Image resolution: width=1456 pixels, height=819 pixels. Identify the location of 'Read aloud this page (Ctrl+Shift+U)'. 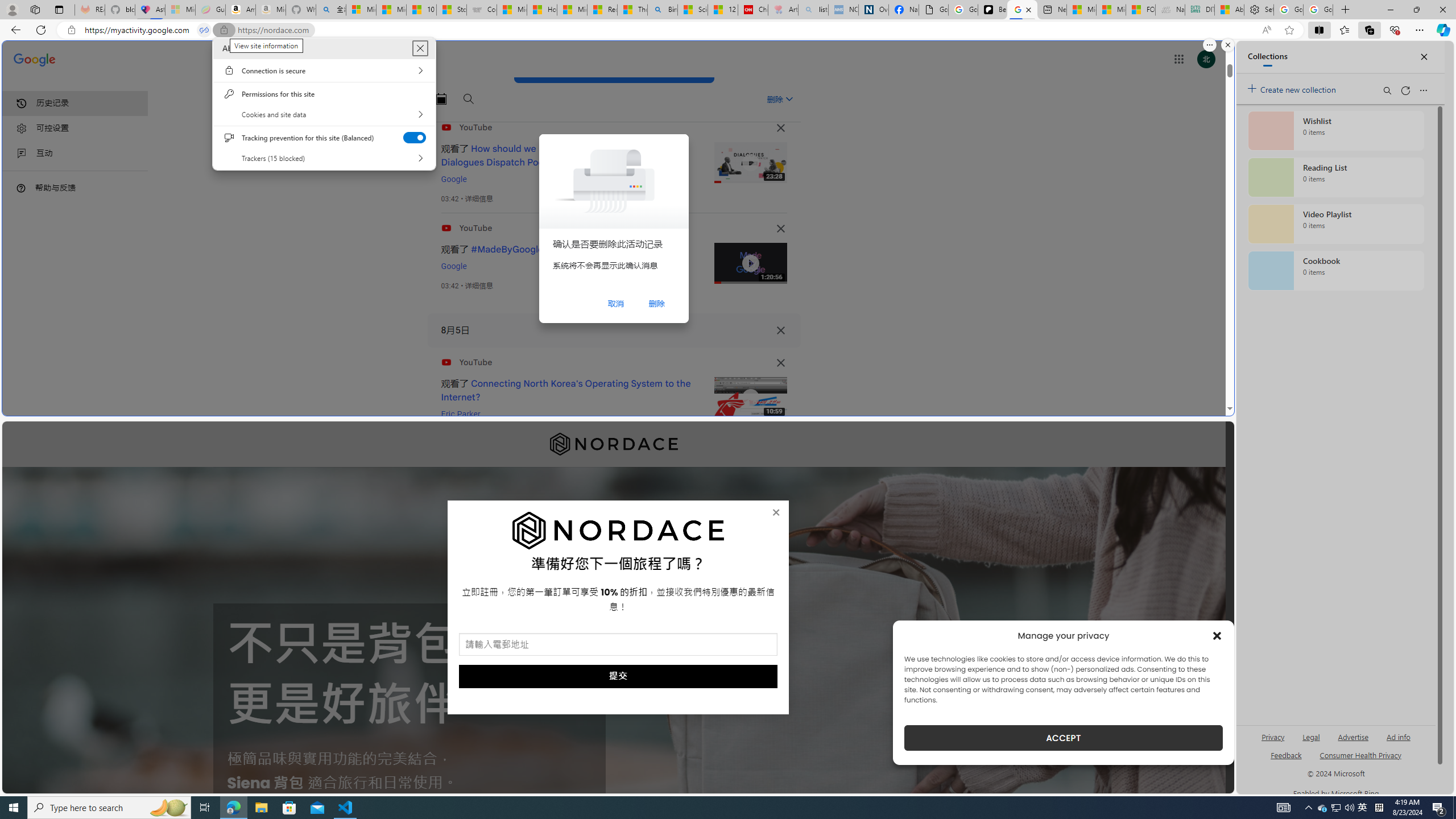
(1266, 30).